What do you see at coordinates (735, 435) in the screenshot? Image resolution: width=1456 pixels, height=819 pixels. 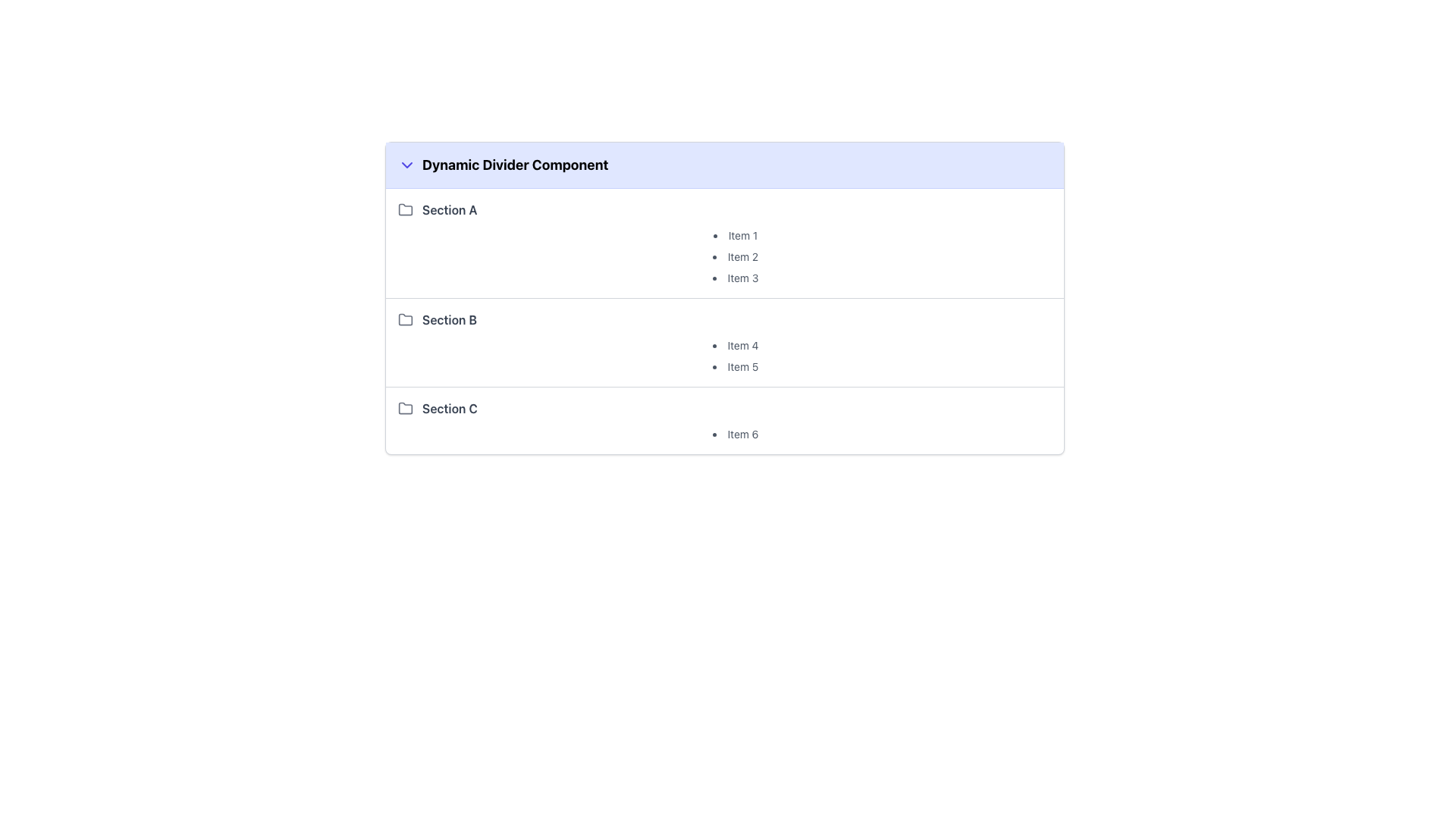 I see `the Text Label displaying 'Item 6' located under Section C in the hierarchical list` at bounding box center [735, 435].